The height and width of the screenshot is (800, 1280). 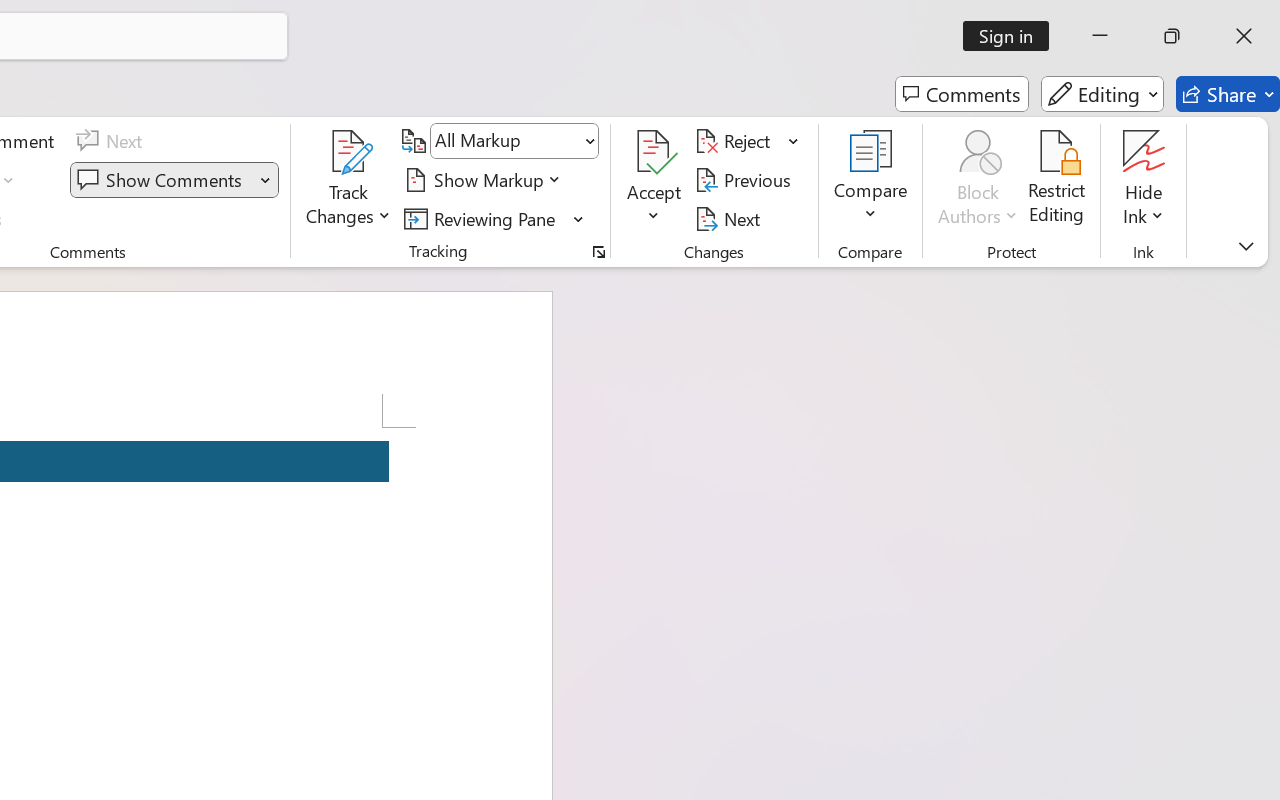 I want to click on 'Block Authors', so click(x=977, y=179).